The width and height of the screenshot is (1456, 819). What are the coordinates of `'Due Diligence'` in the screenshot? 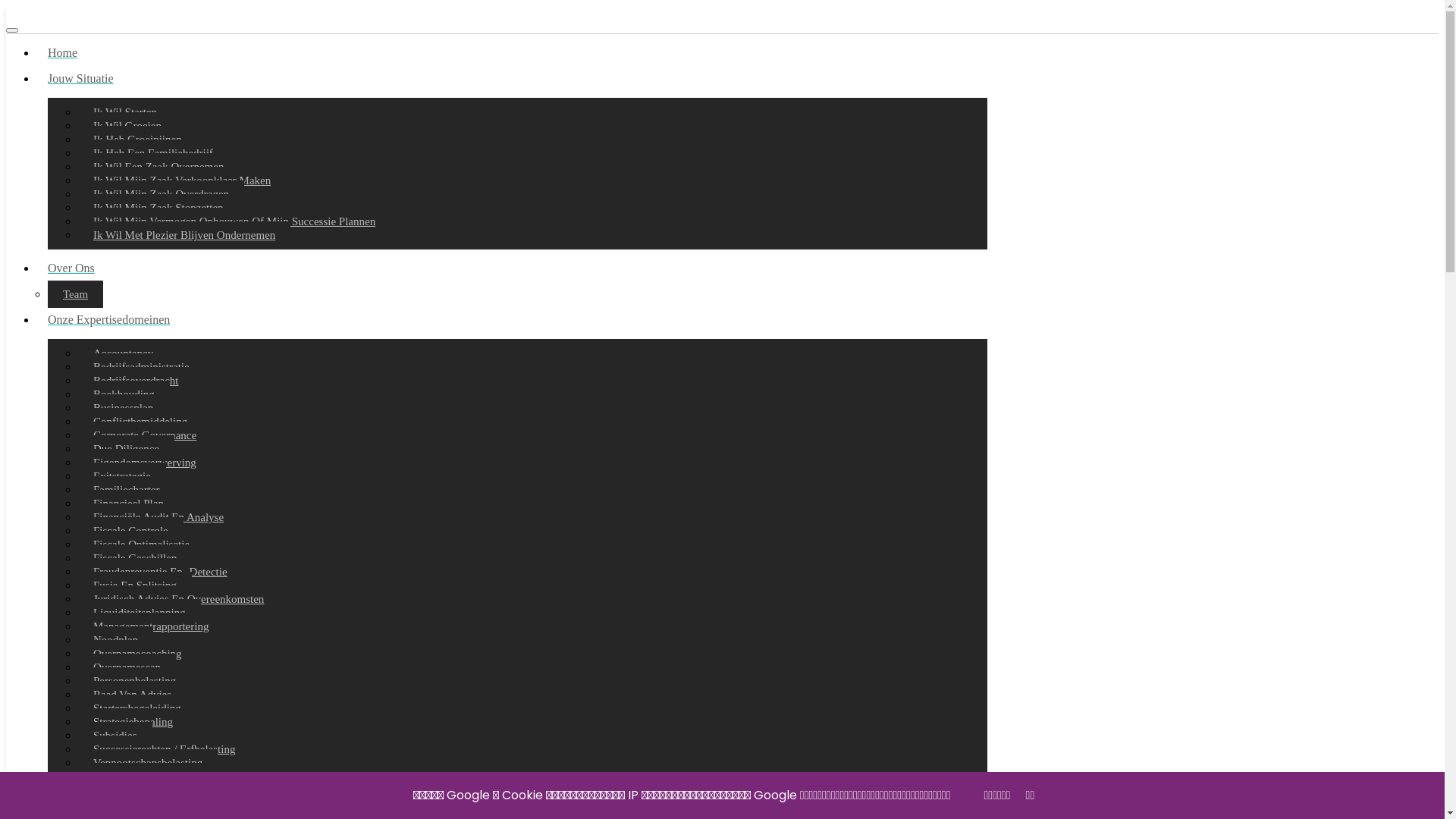 It's located at (126, 447).